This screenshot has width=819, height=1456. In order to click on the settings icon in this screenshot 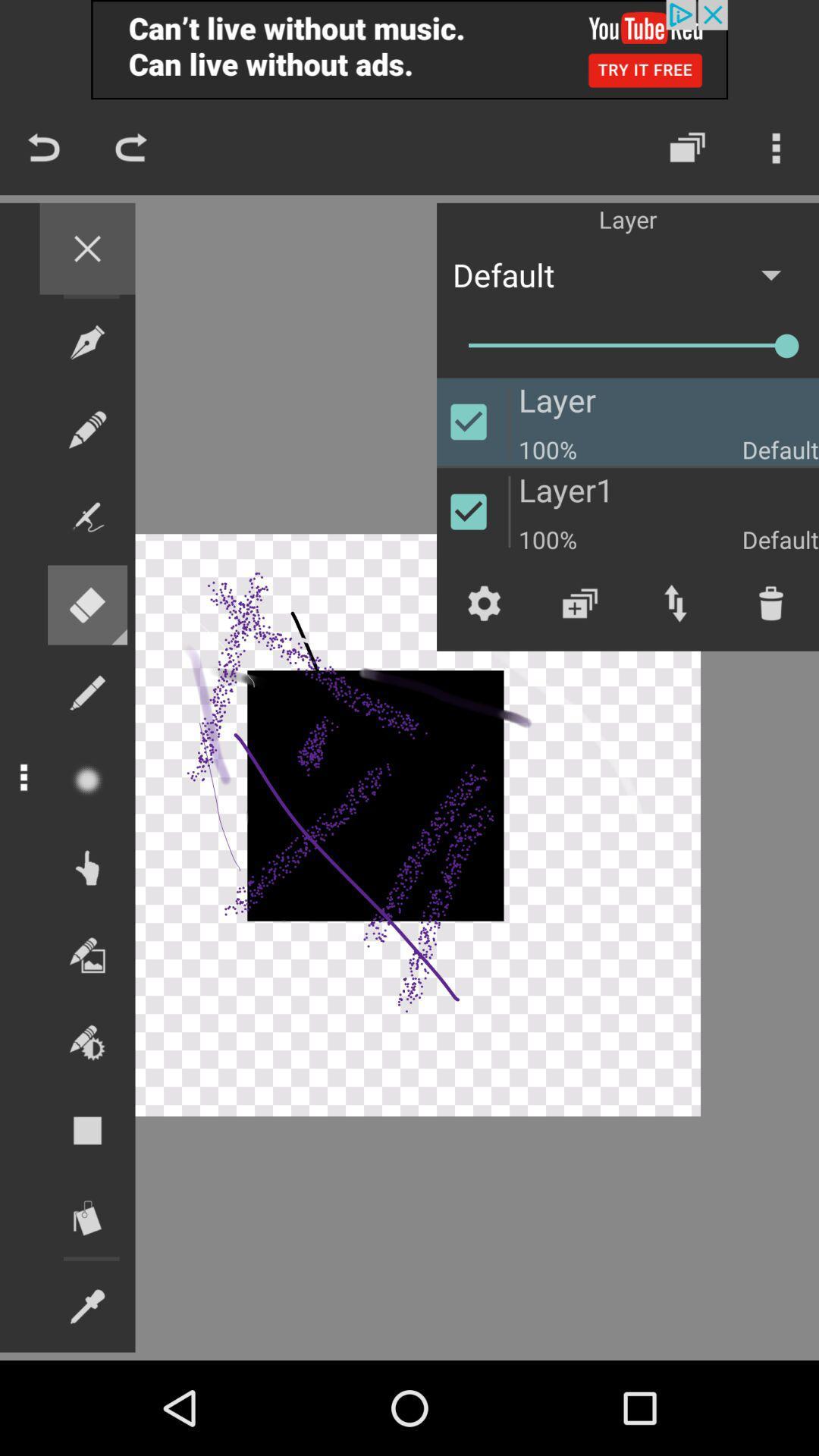, I will do `click(485, 602)`.